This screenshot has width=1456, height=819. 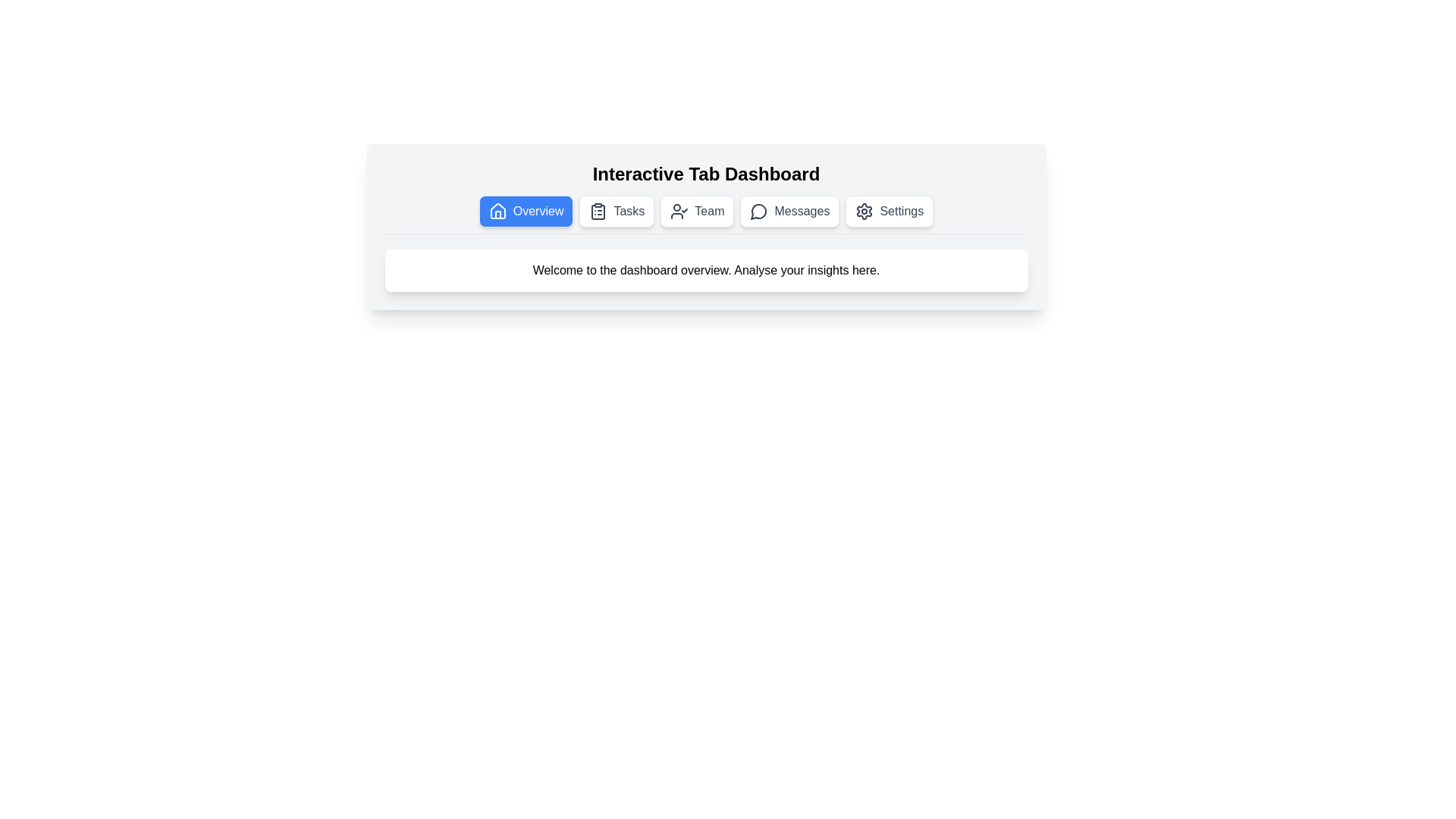 What do you see at coordinates (705, 215) in the screenshot?
I see `the navigation bar located below the heading 'Interactive Tab Dashboard' to observe visual feedback on the buttons` at bounding box center [705, 215].